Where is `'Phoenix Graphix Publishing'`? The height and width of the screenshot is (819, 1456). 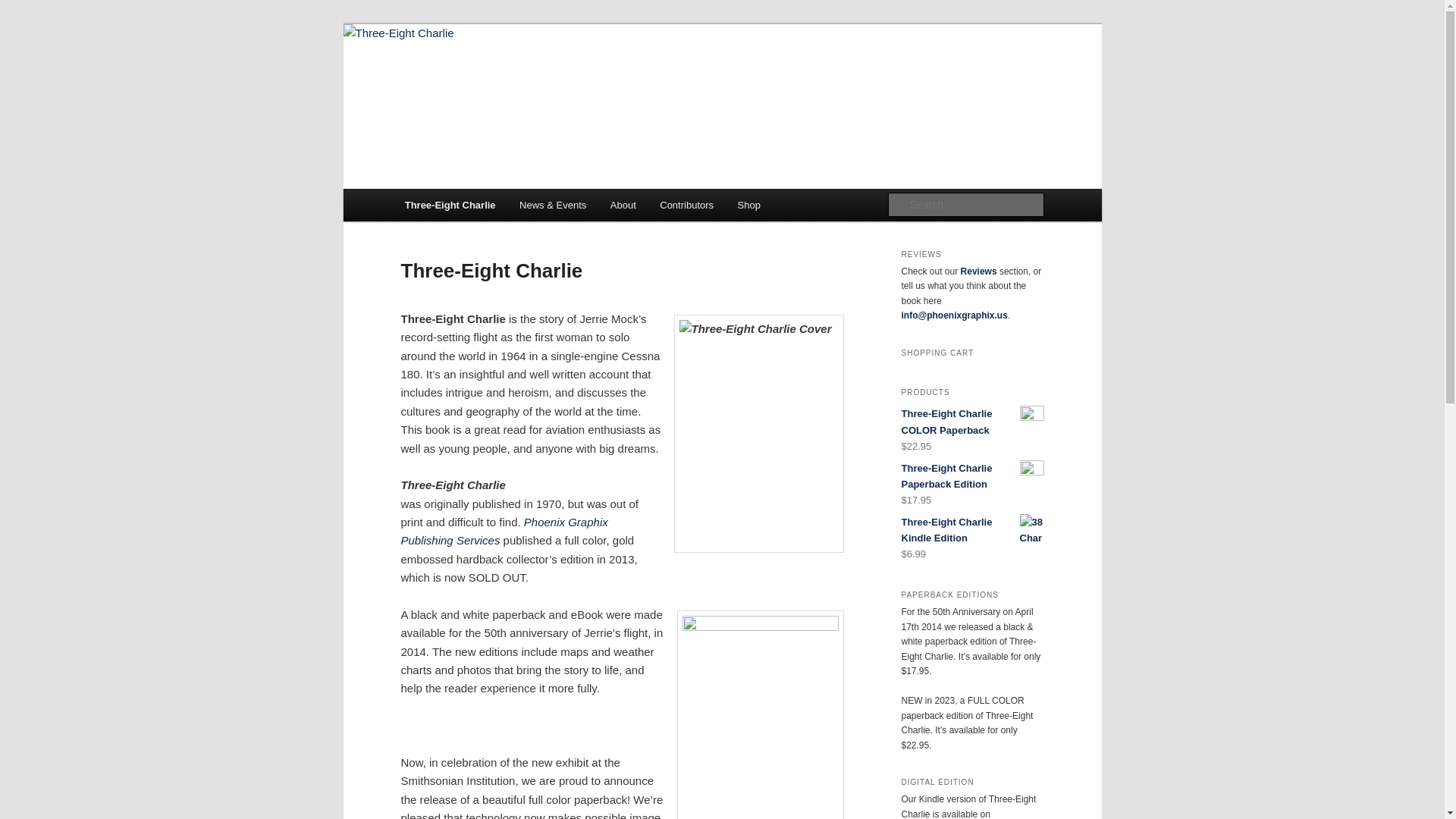 'Phoenix Graphix Publishing' is located at coordinates (400, 530).